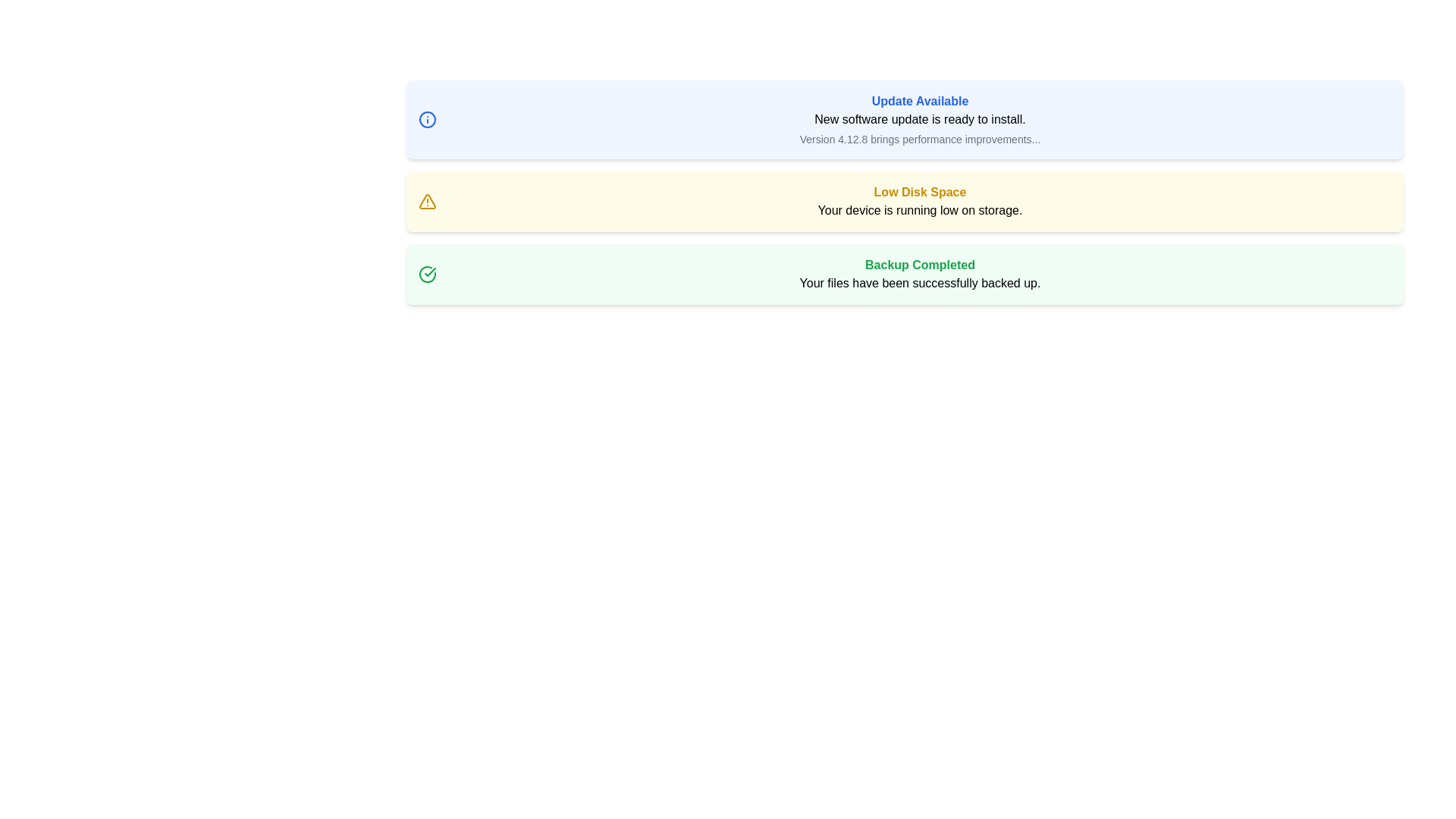  What do you see at coordinates (919, 201) in the screenshot?
I see `the informational alert box that displays 'Low Disk Space' with a subtitle indicating low storage` at bounding box center [919, 201].